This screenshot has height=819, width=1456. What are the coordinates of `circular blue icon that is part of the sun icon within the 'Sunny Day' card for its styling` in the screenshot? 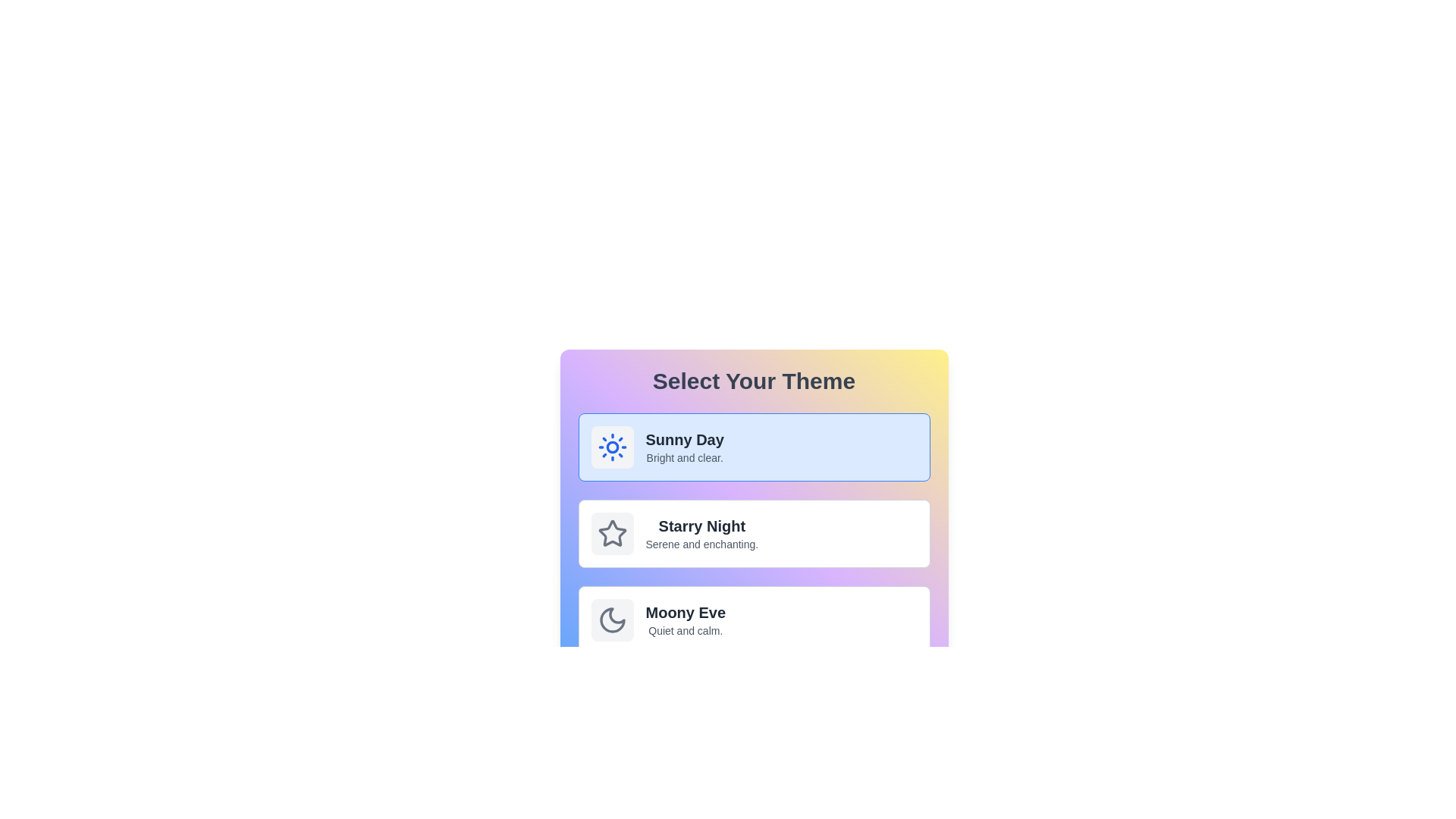 It's located at (612, 447).